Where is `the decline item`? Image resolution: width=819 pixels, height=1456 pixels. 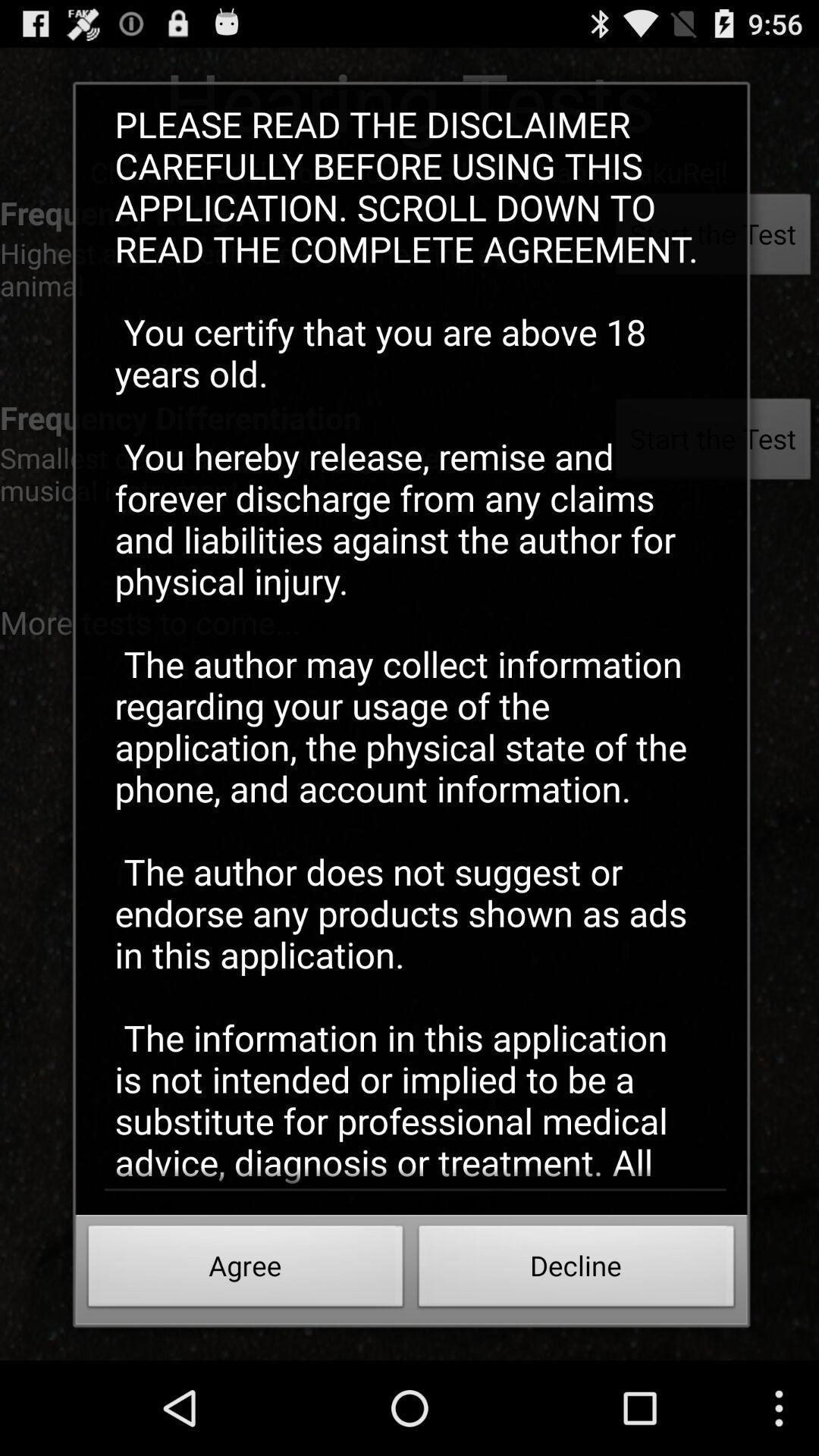
the decline item is located at coordinates (576, 1270).